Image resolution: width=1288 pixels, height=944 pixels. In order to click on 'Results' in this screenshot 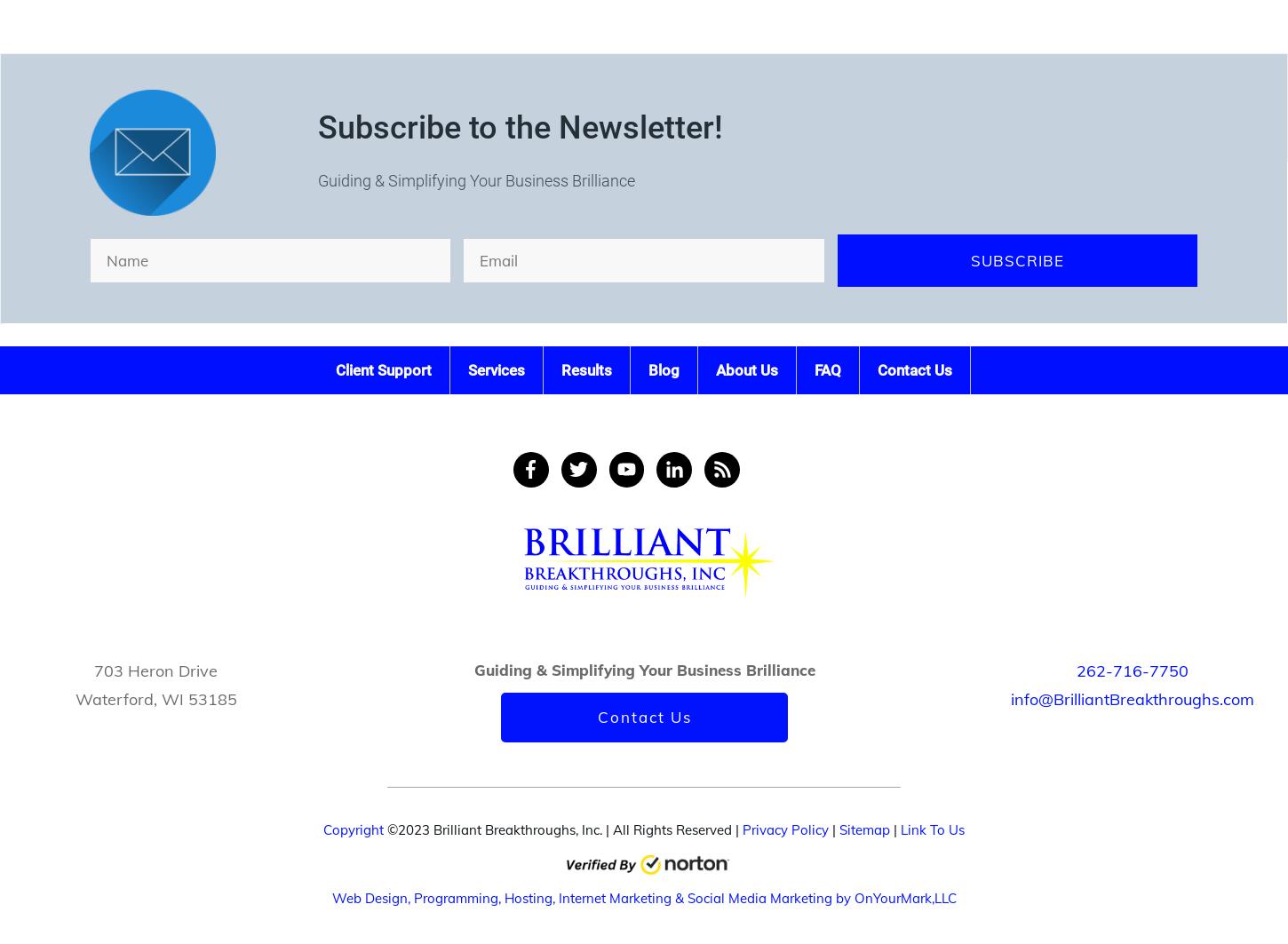, I will do `click(584, 369)`.